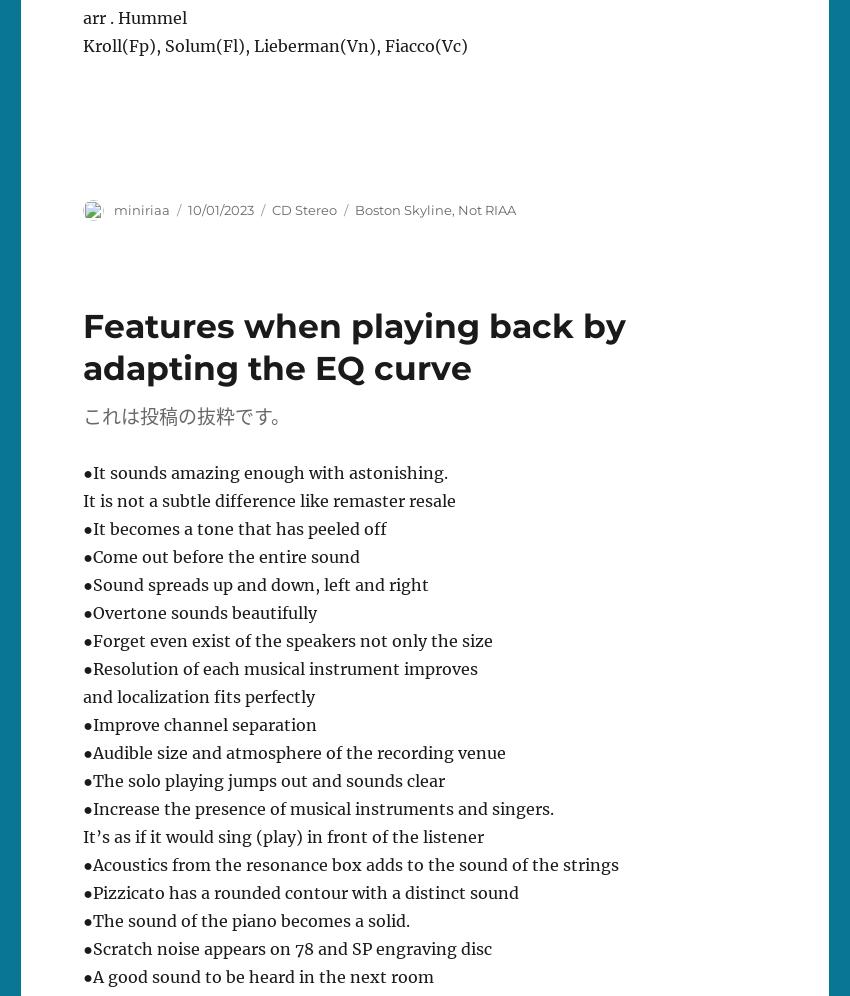 The width and height of the screenshot is (850, 996). Describe the element at coordinates (353, 208) in the screenshot. I see `'Boston Skyline'` at that location.